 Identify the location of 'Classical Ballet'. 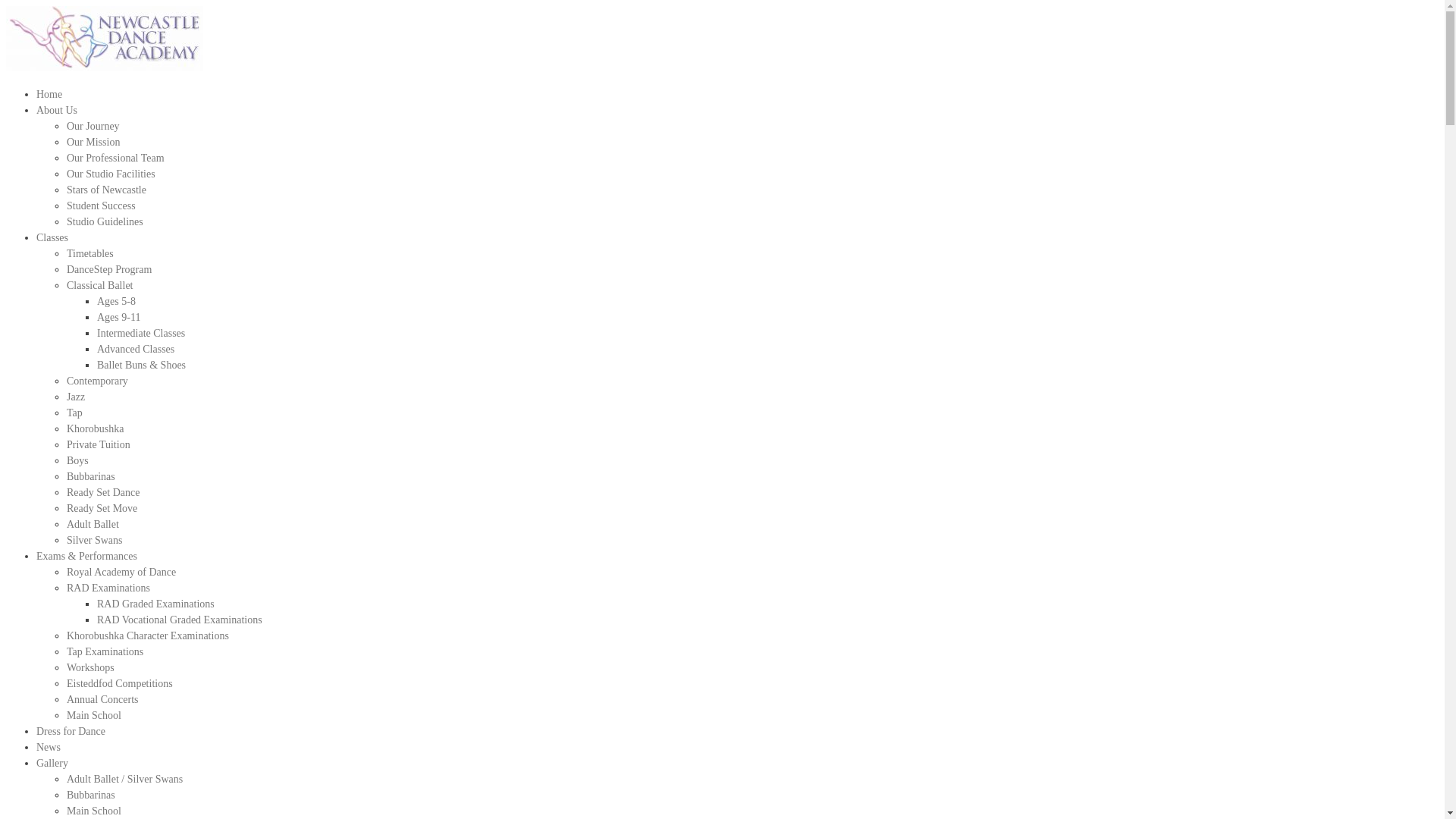
(99, 285).